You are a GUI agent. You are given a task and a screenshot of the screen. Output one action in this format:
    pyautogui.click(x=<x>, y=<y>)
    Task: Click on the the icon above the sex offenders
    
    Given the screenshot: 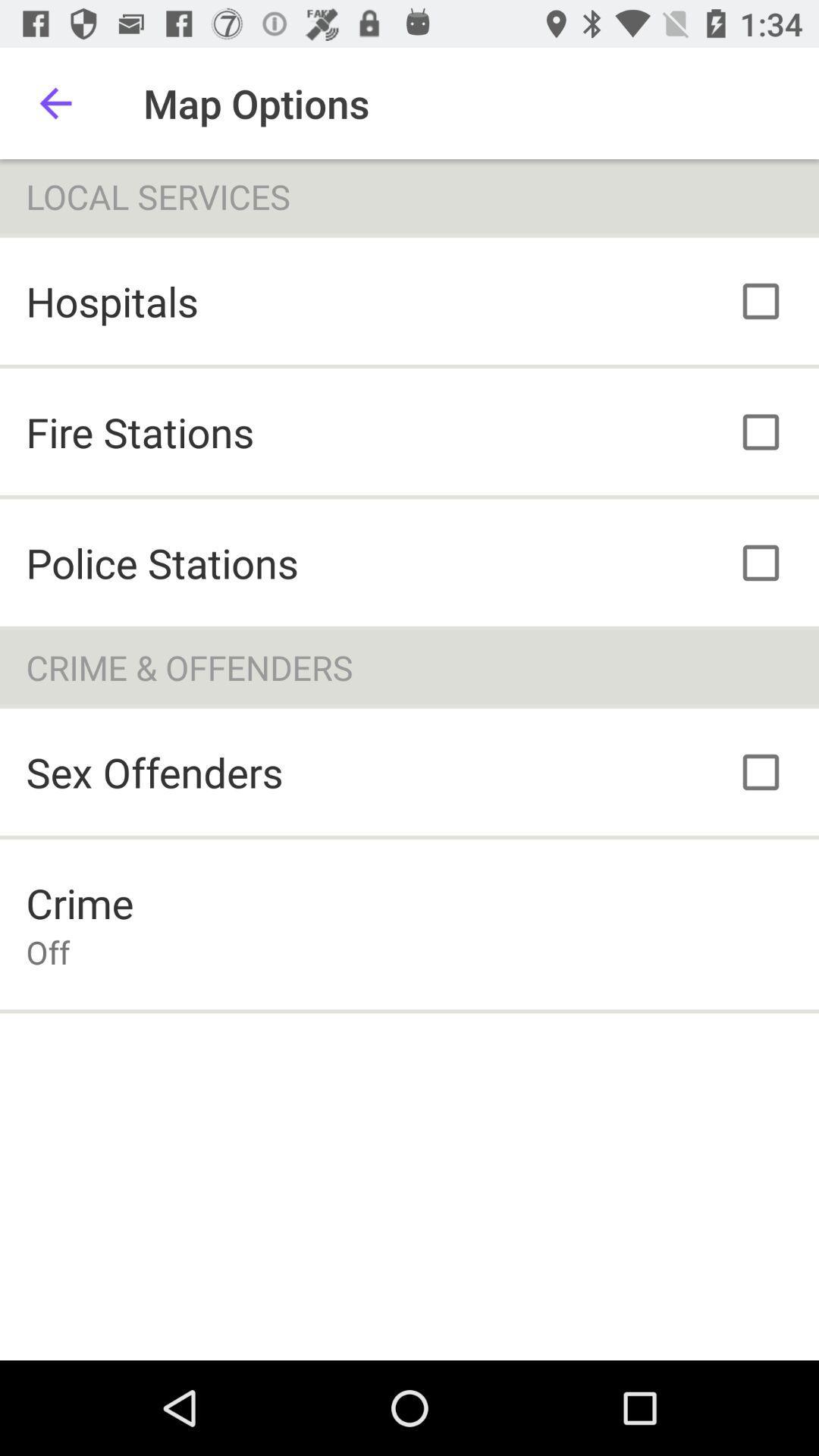 What is the action you would take?
    pyautogui.click(x=409, y=667)
    